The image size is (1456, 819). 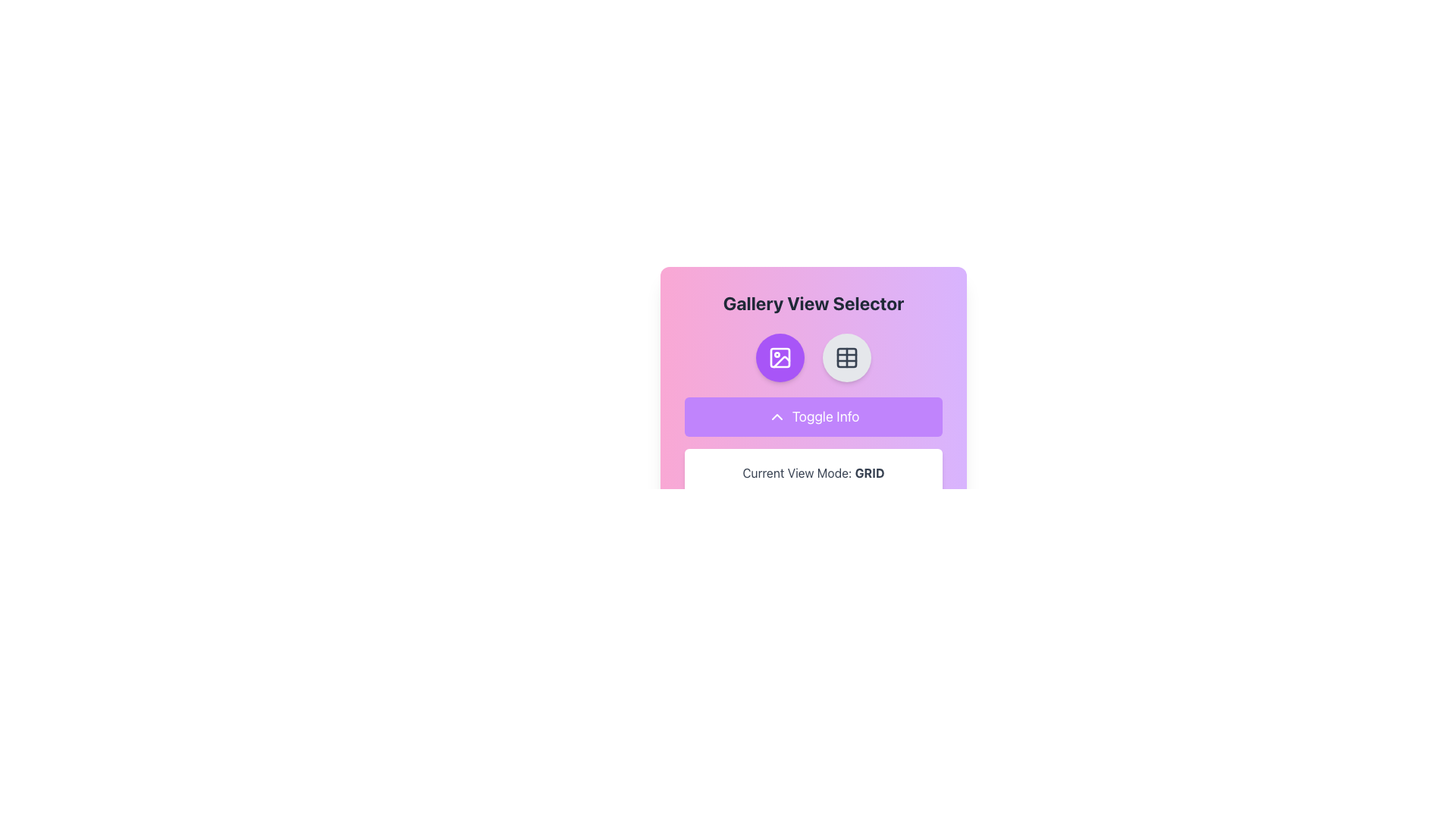 What do you see at coordinates (813, 472) in the screenshot?
I see `the Text Label indicating the current view mode, which is 'GRID', located below the 'Toggle Info' button` at bounding box center [813, 472].